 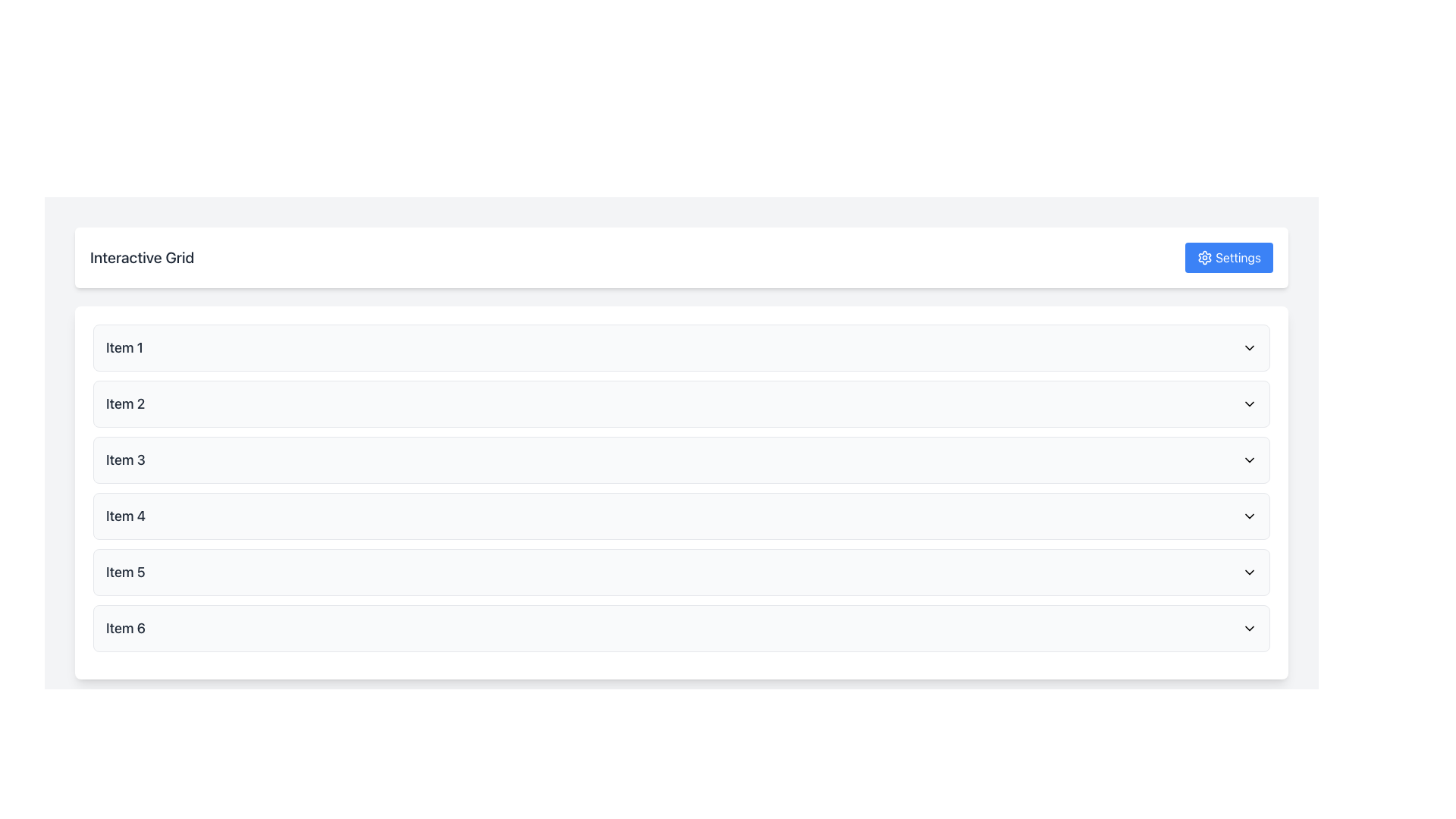 What do you see at coordinates (1249, 573) in the screenshot?
I see `the Chevron-down icon` at bounding box center [1249, 573].